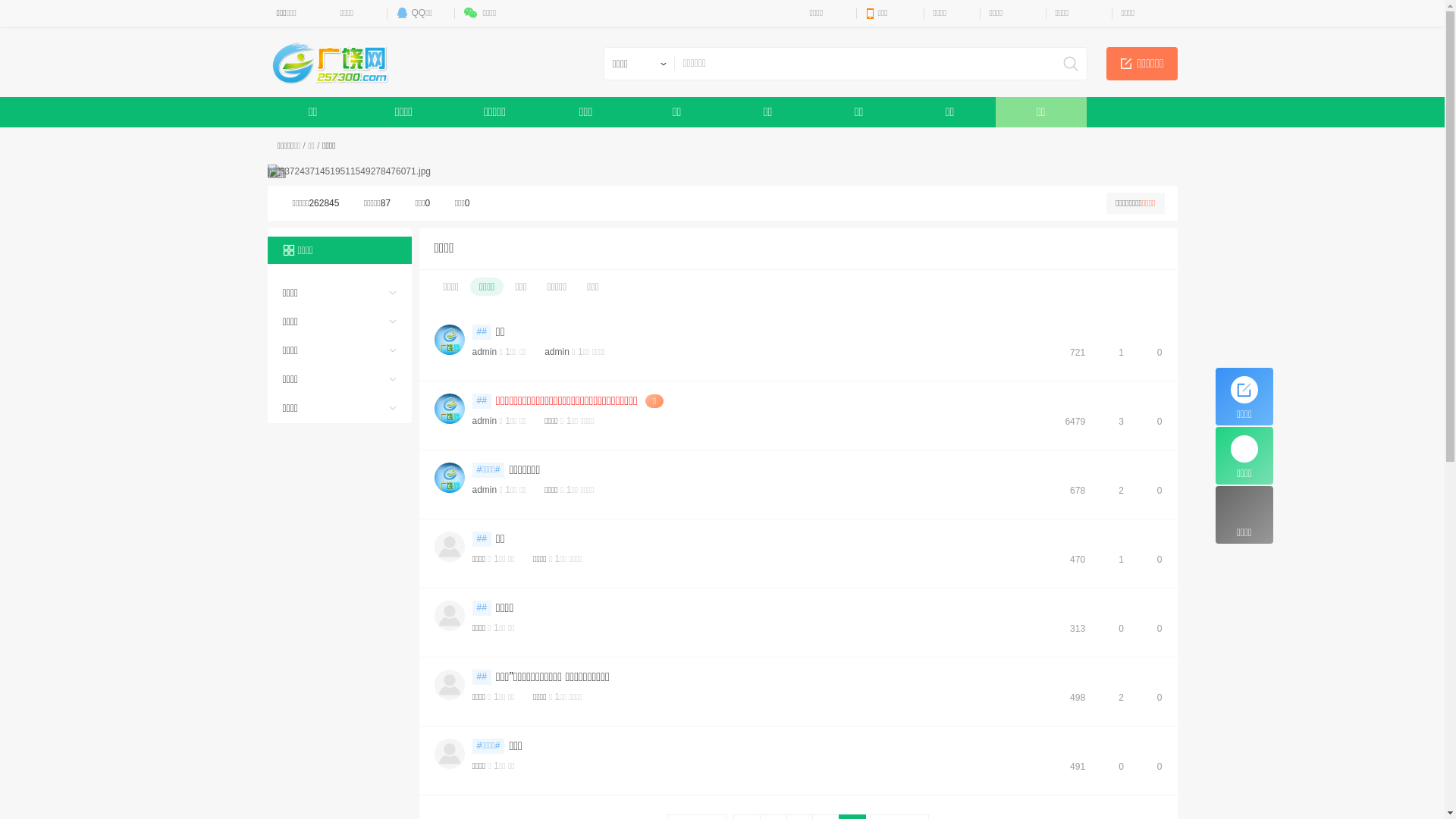 The width and height of the screenshot is (1456, 819). Describe the element at coordinates (1066, 421) in the screenshot. I see `'6479'` at that location.